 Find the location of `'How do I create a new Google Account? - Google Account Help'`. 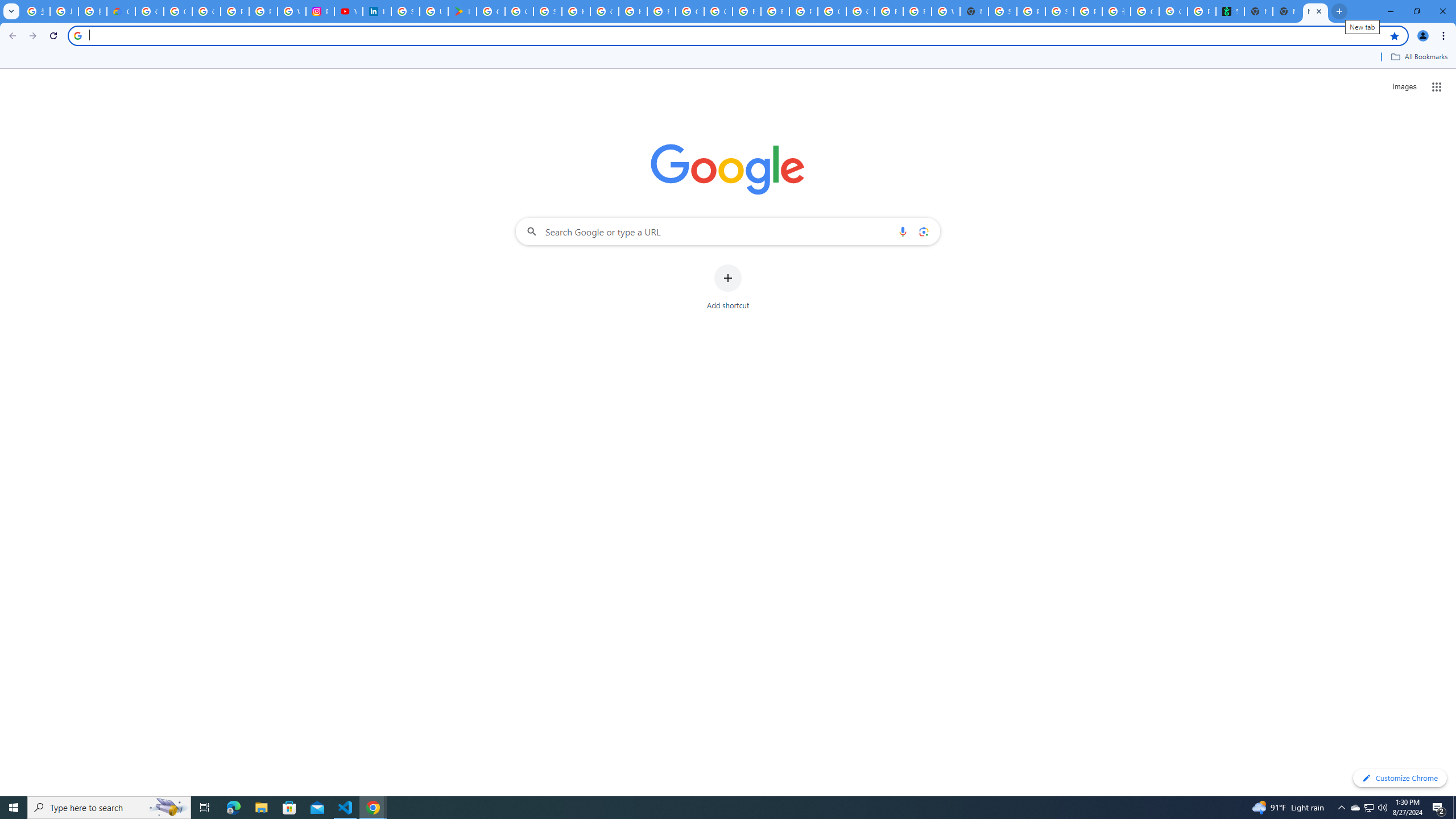

'How do I create a new Google Account? - Google Account Help' is located at coordinates (632, 11).